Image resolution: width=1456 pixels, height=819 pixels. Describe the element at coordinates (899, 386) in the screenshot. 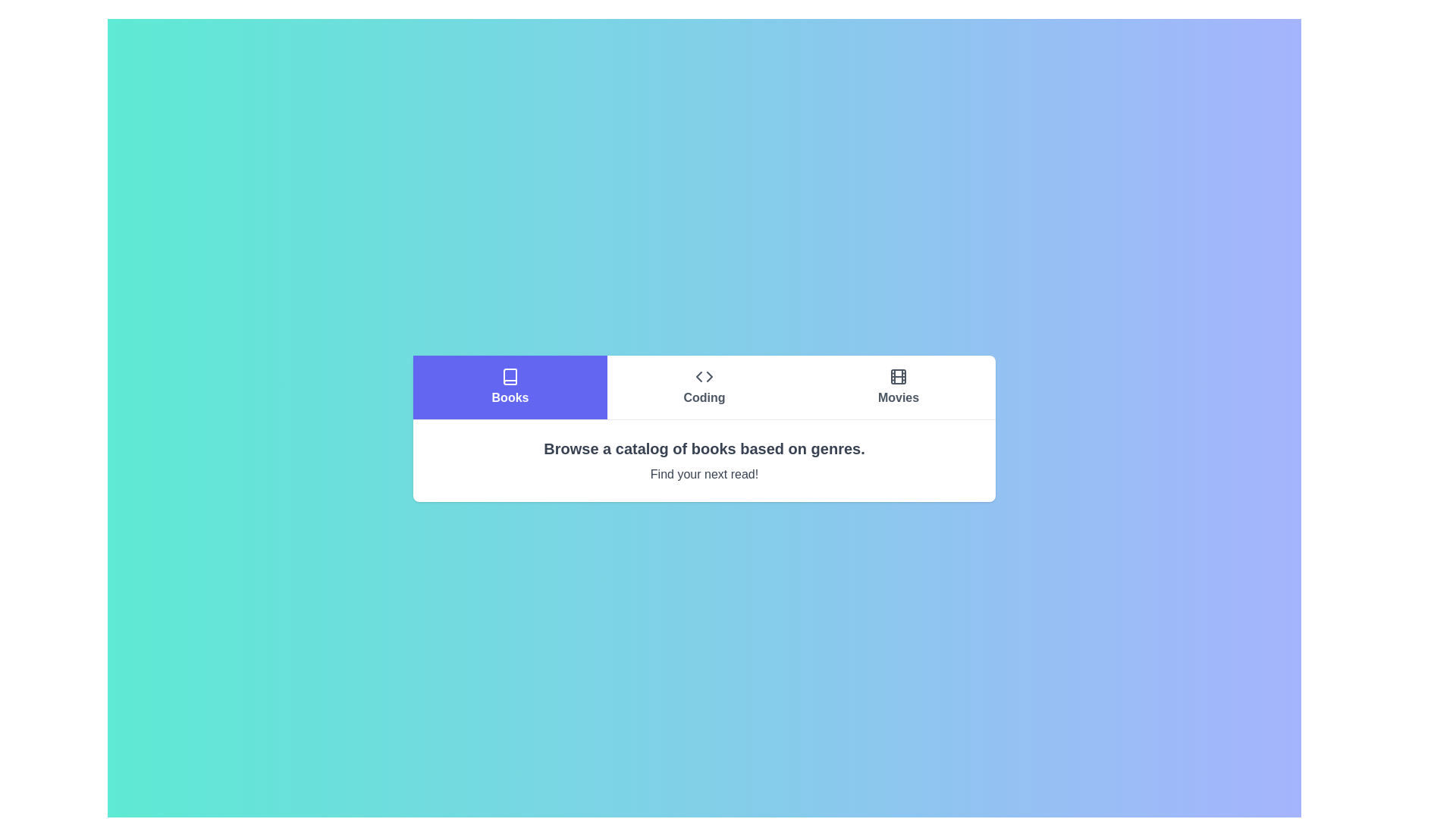

I see `the button labeled Movies to observe its hover state` at that location.